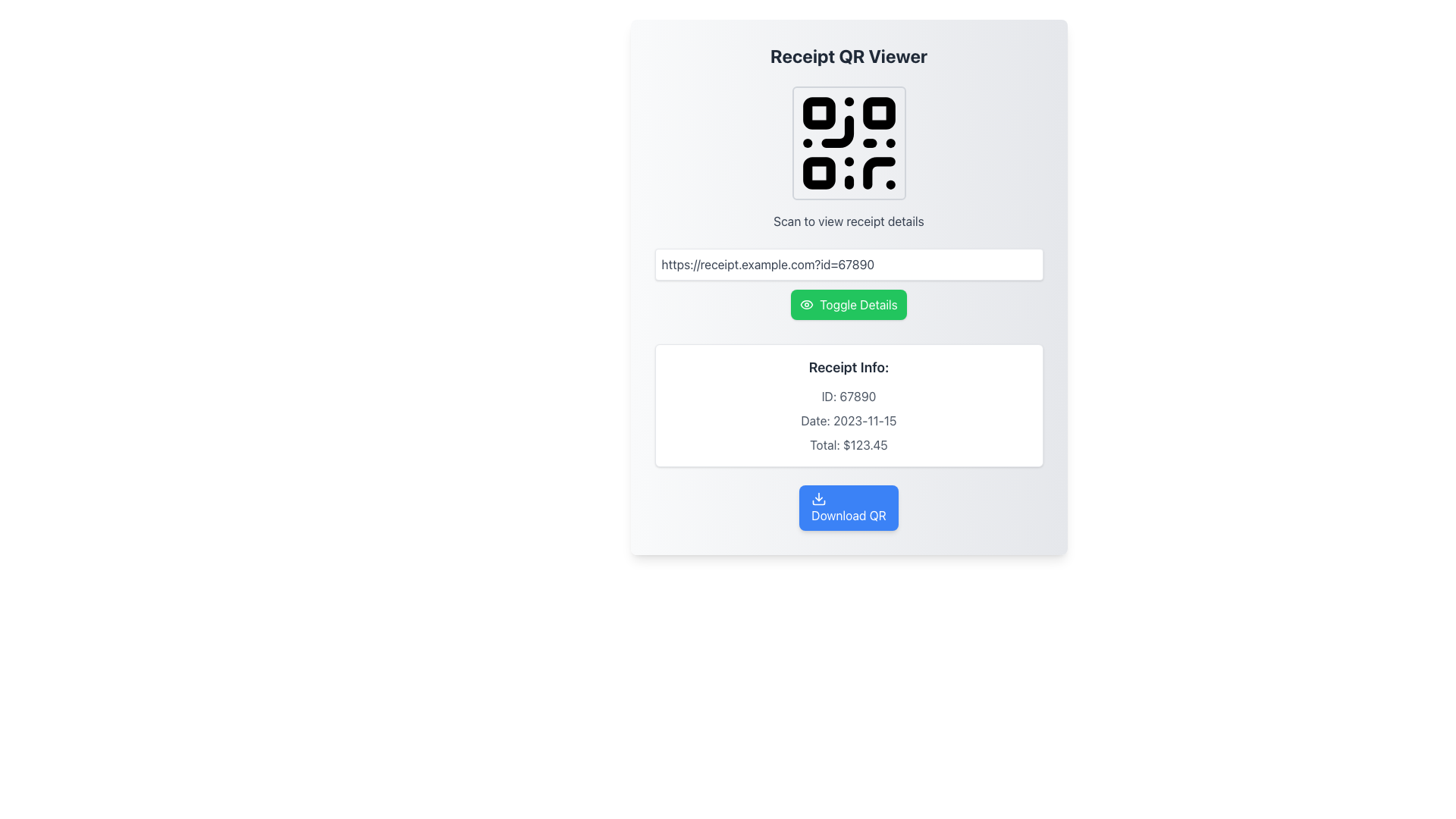  What do you see at coordinates (848, 55) in the screenshot?
I see `the heading text 'Receipt QR Viewer' which is styled in a large and bold font at the top of the centered panel` at bounding box center [848, 55].